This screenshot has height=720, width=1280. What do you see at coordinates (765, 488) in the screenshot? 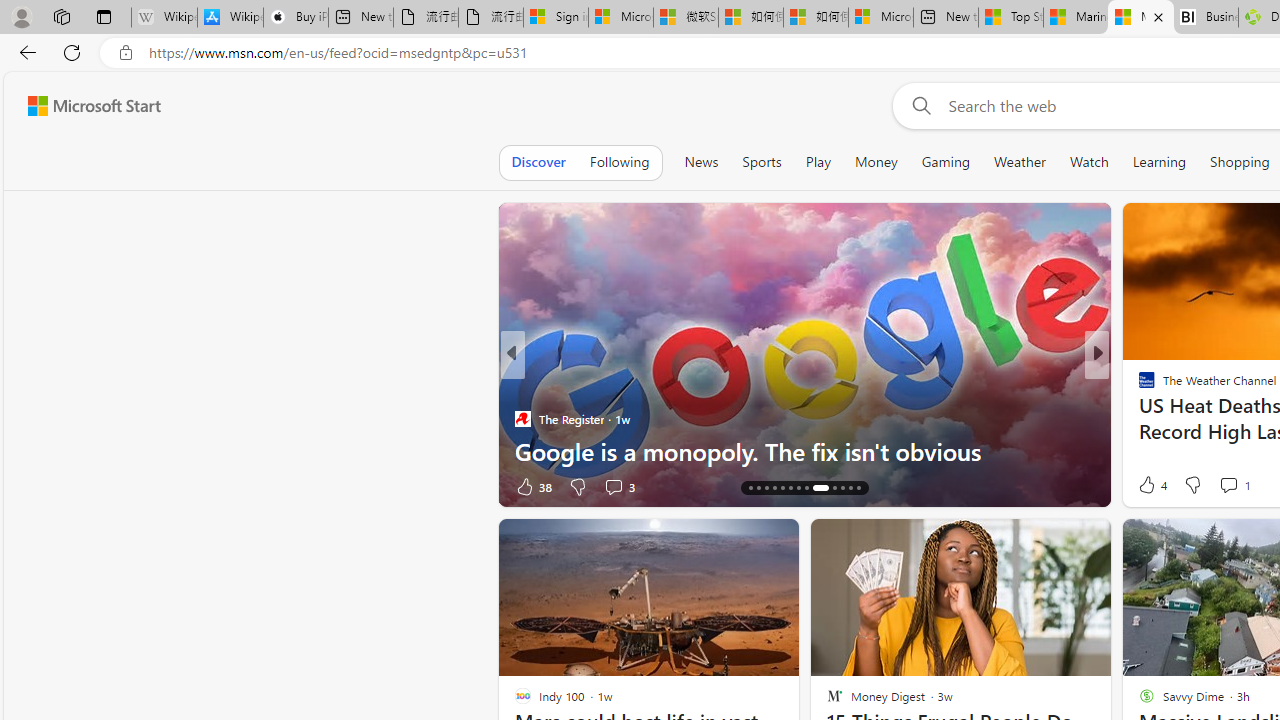
I see `'AutomationID: tab-16'` at bounding box center [765, 488].